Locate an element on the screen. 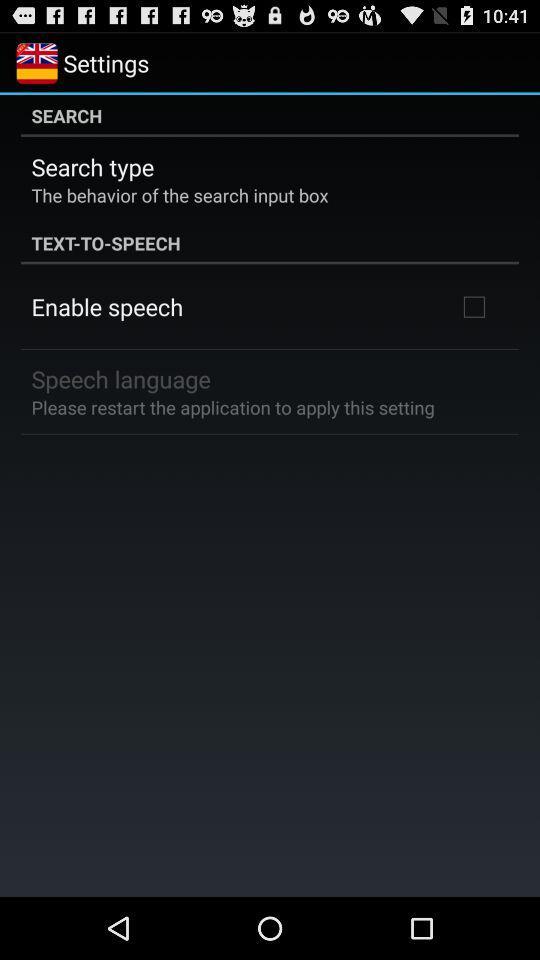 The width and height of the screenshot is (540, 960). item below the search item is located at coordinates (91, 165).